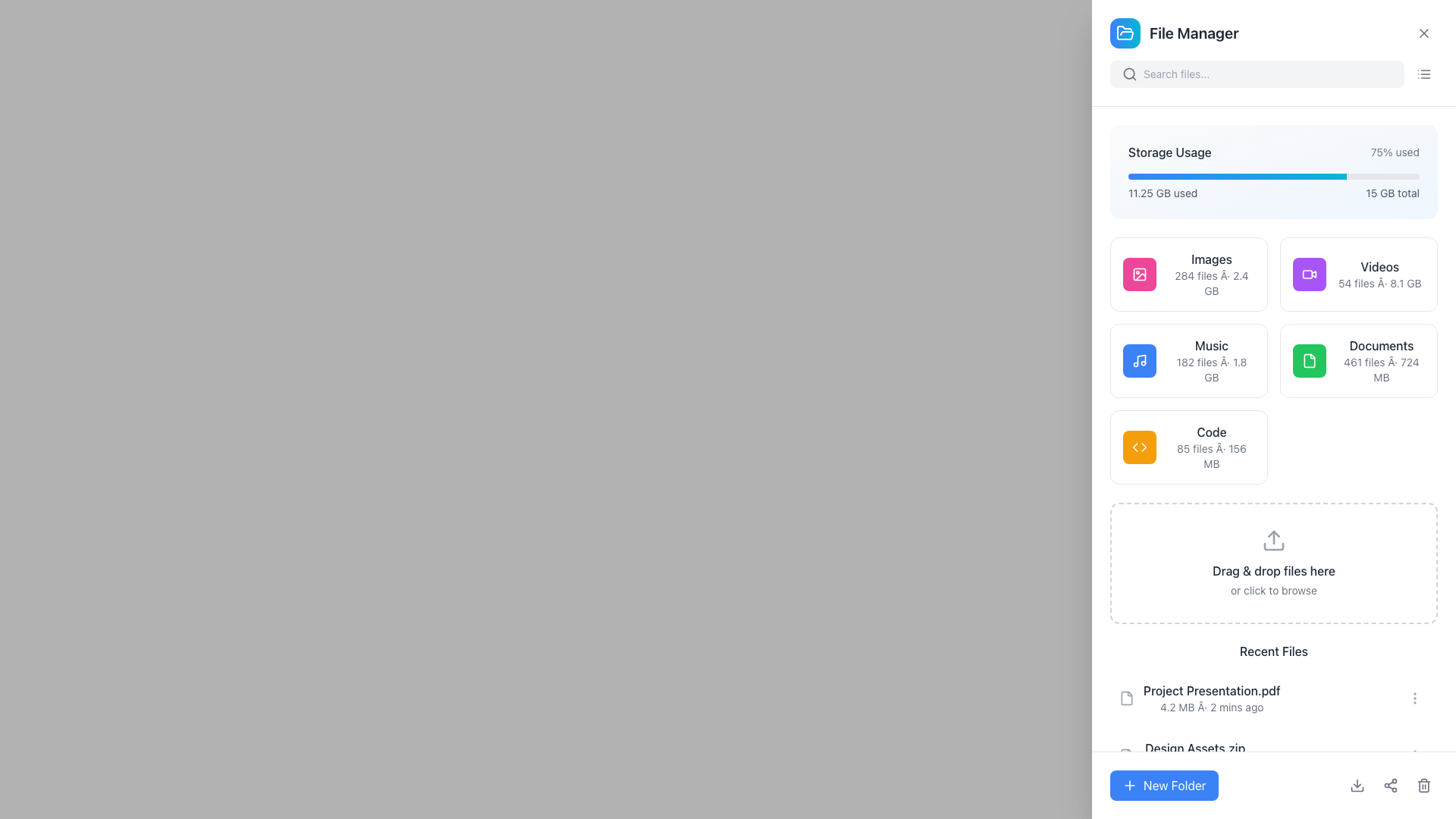 The image size is (1456, 819). Describe the element at coordinates (1194, 755) in the screenshot. I see `the file item entry representing a recent file in the list` at that location.